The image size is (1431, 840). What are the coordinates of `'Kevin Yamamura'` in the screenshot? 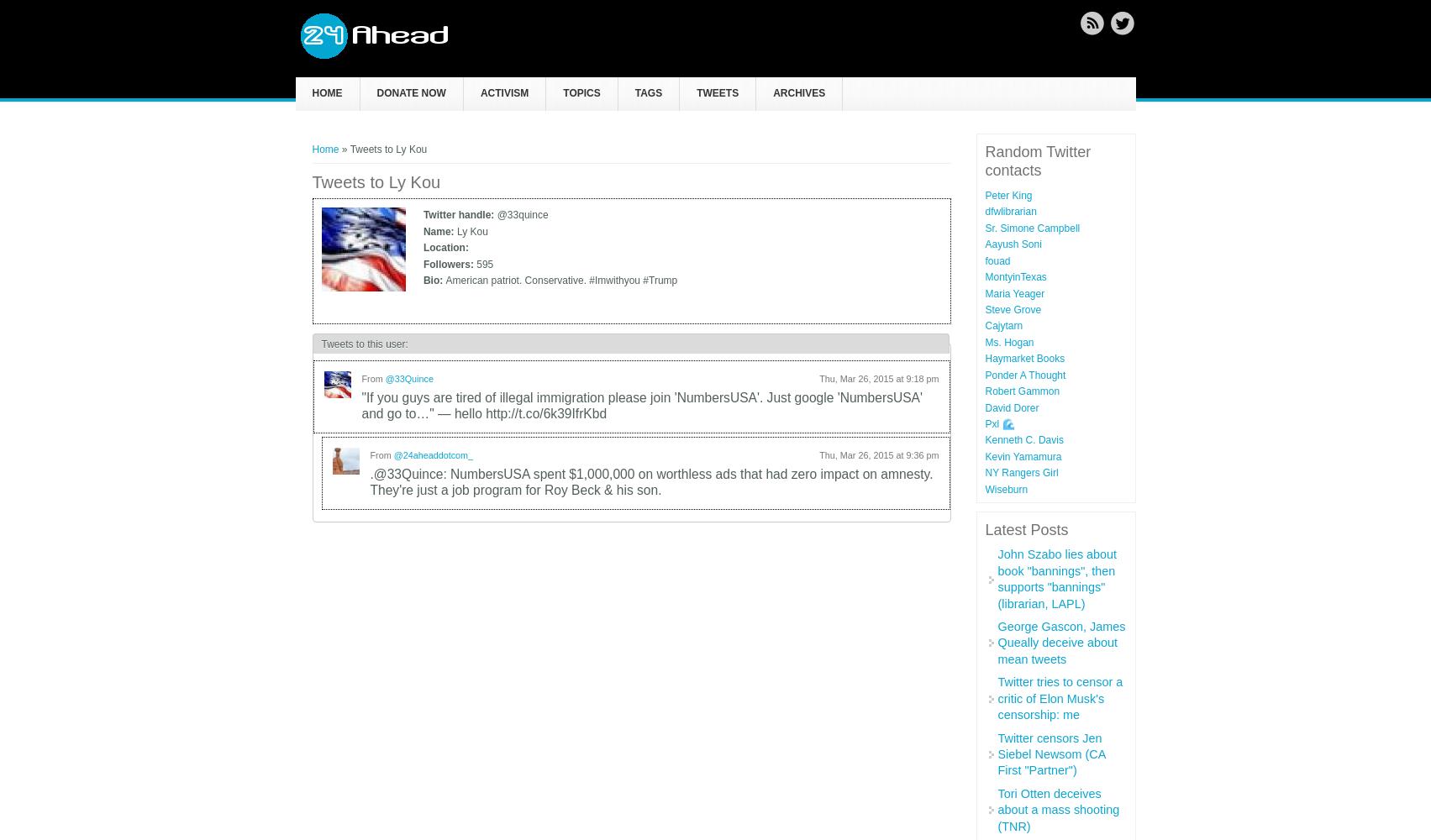 It's located at (1022, 456).